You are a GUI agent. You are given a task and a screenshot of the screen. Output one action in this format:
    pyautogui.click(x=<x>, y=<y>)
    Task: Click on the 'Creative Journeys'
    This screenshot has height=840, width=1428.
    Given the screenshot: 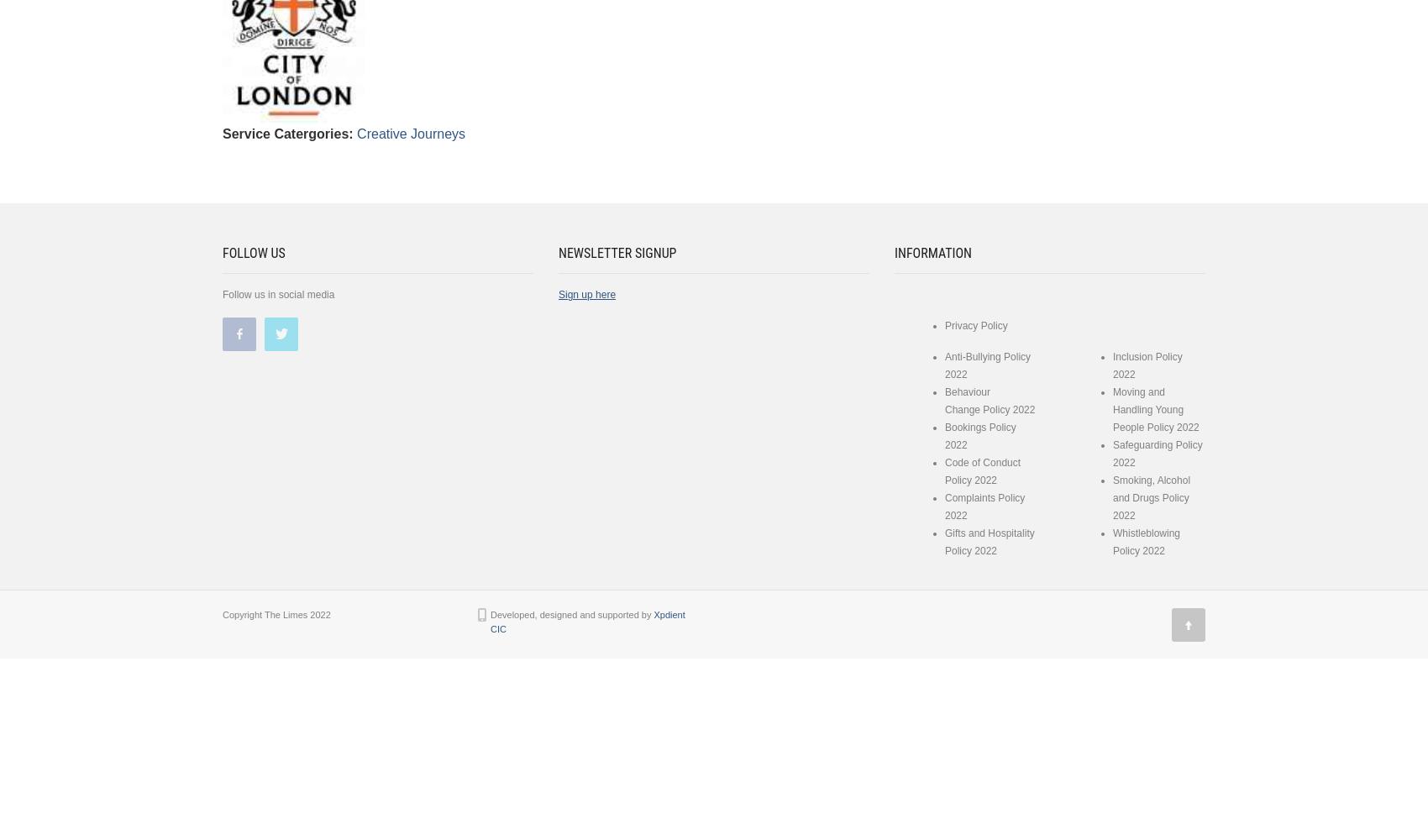 What is the action you would take?
    pyautogui.click(x=411, y=133)
    